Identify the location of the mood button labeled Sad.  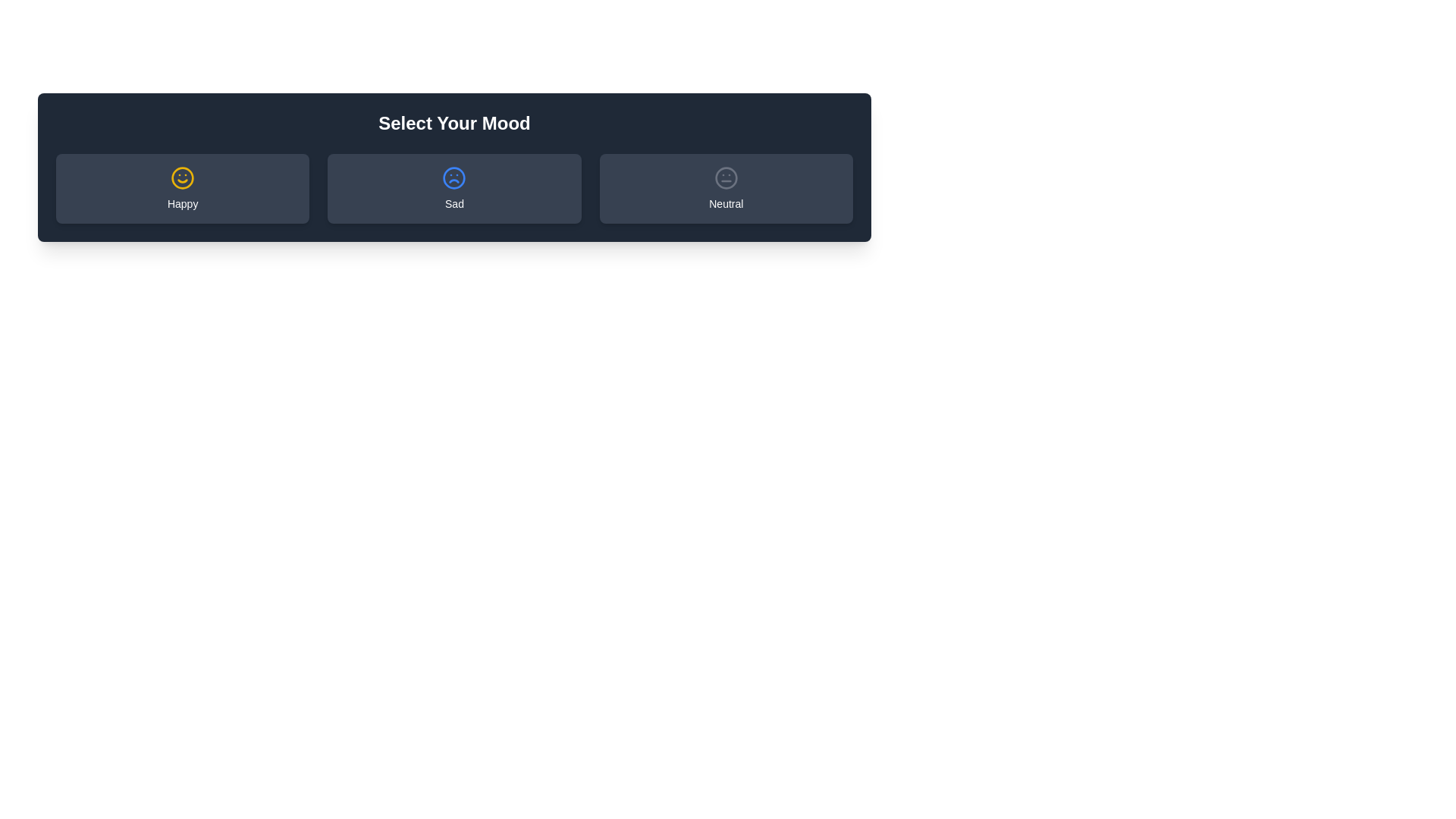
(453, 188).